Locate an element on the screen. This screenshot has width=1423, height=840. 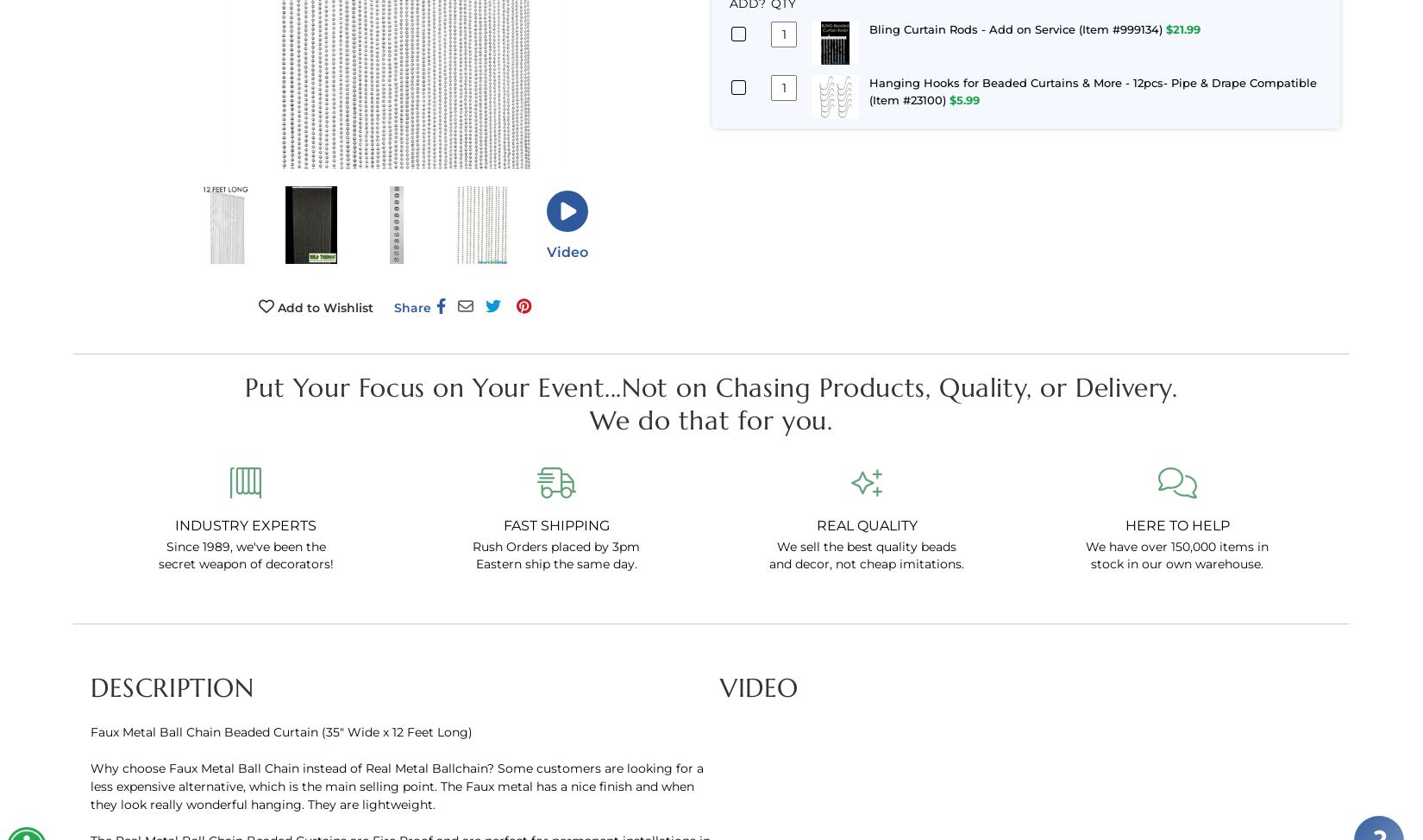
'Fast Shipping' is located at coordinates (555, 524).